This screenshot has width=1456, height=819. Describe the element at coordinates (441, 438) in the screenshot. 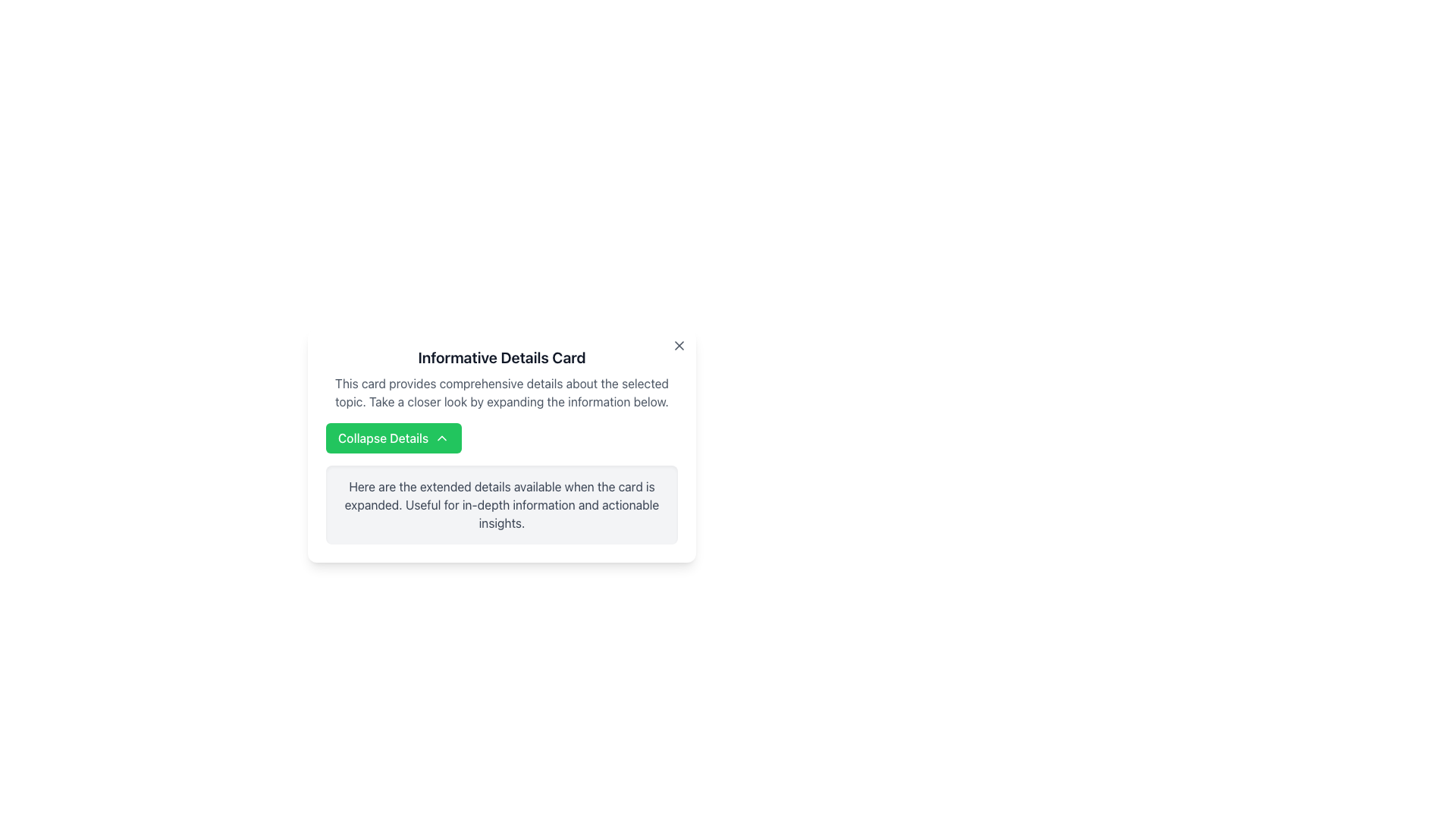

I see `the downward-pointing chevron arrow icon within the green button labeled 'Collapse Details'` at that location.